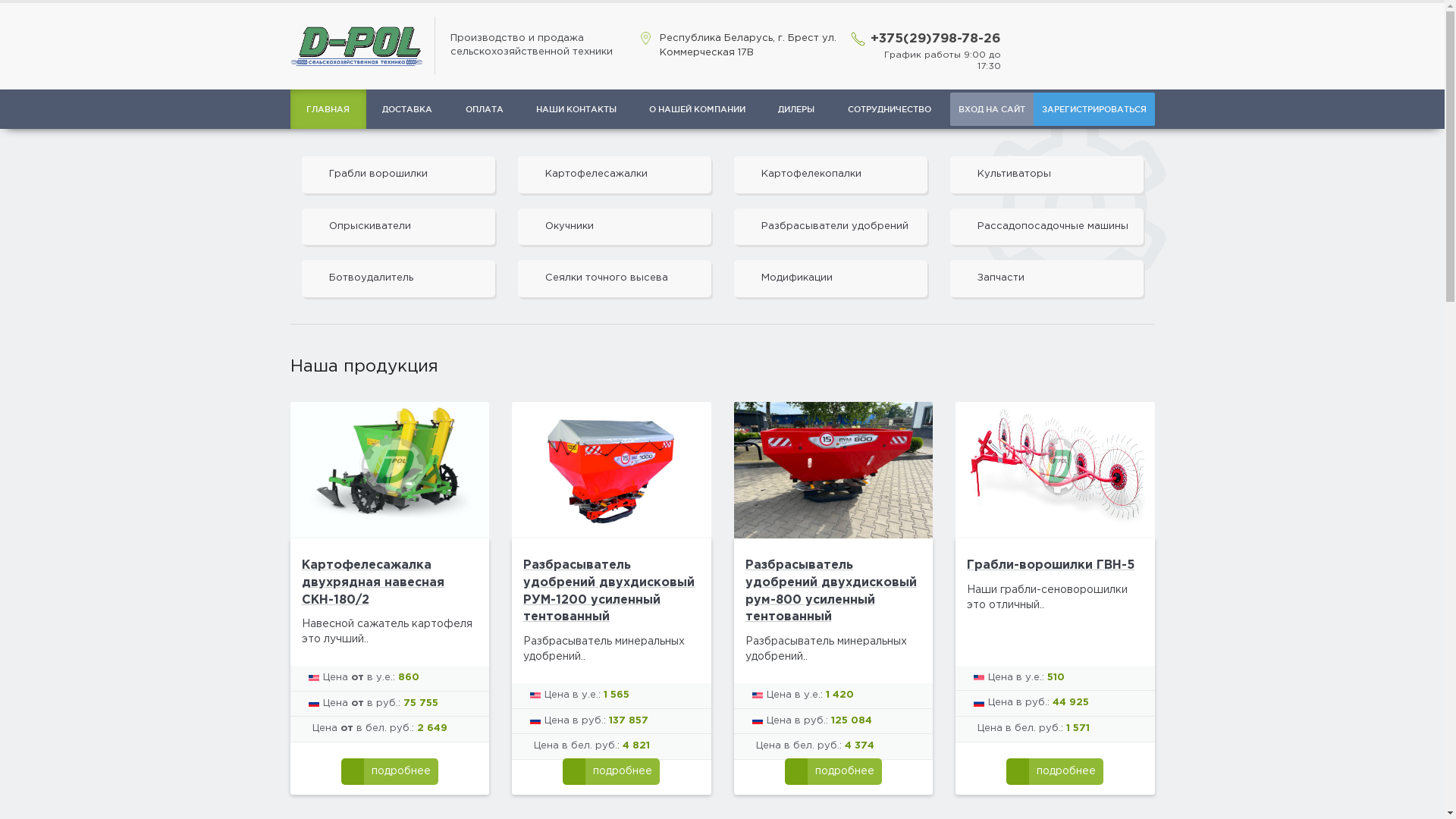 Image resolution: width=1456 pixels, height=819 pixels. I want to click on '+375(29)798-78-26', so click(870, 38).